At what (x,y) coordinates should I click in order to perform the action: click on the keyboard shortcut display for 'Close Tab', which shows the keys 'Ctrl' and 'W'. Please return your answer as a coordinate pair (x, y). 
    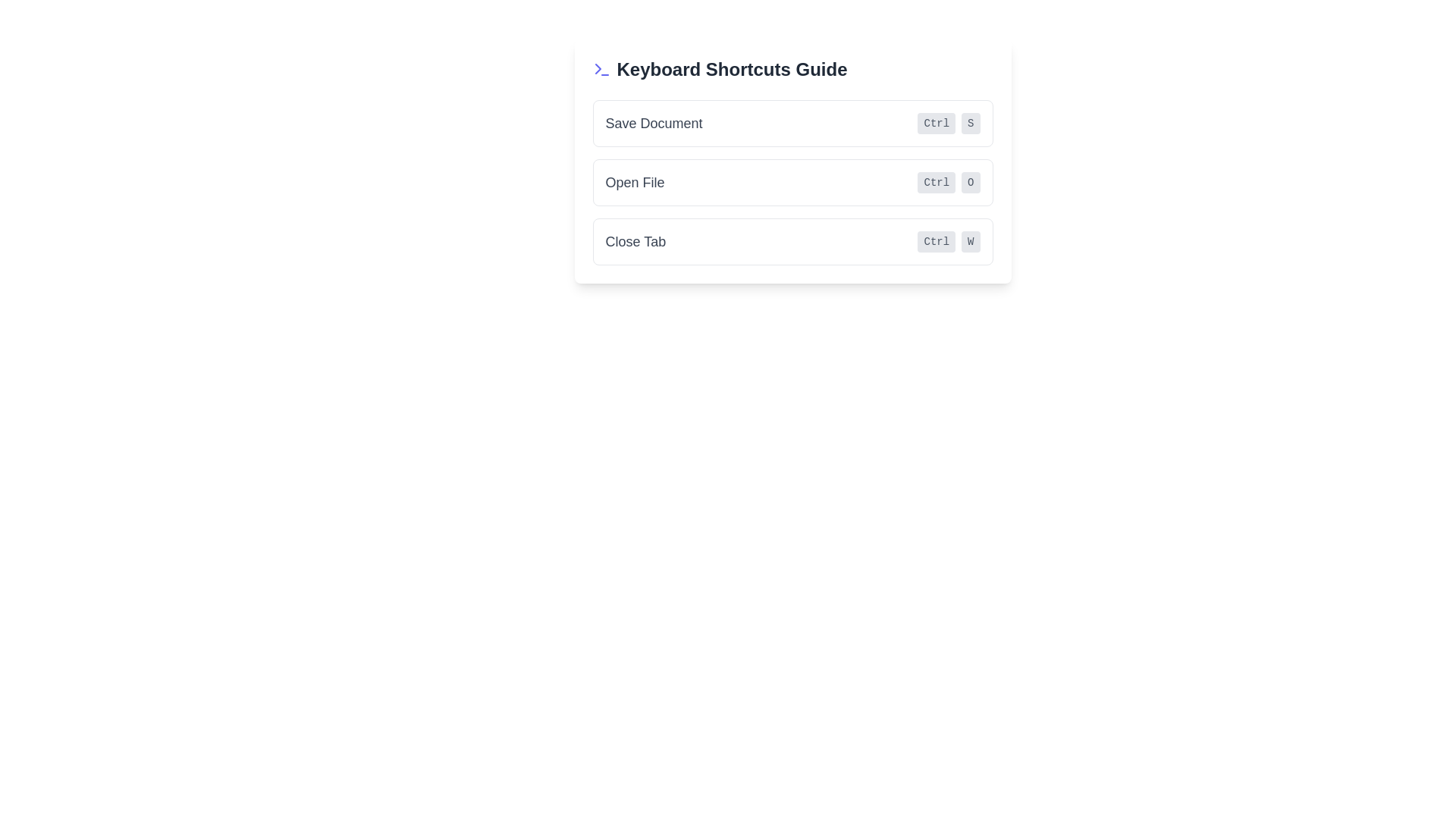
    Looking at the image, I should click on (948, 241).